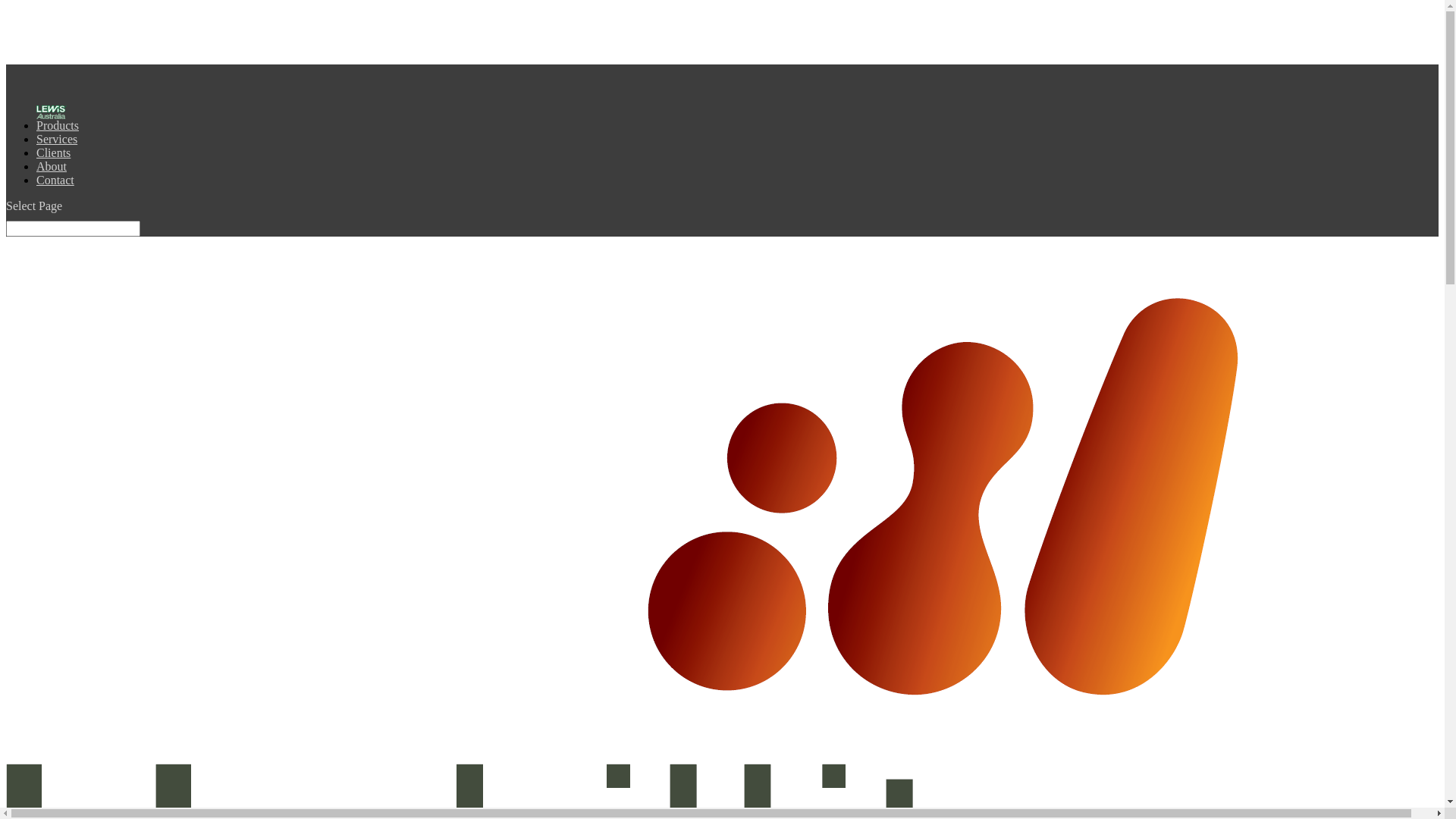 This screenshot has height=819, width=1456. I want to click on 'Clients', so click(53, 161).